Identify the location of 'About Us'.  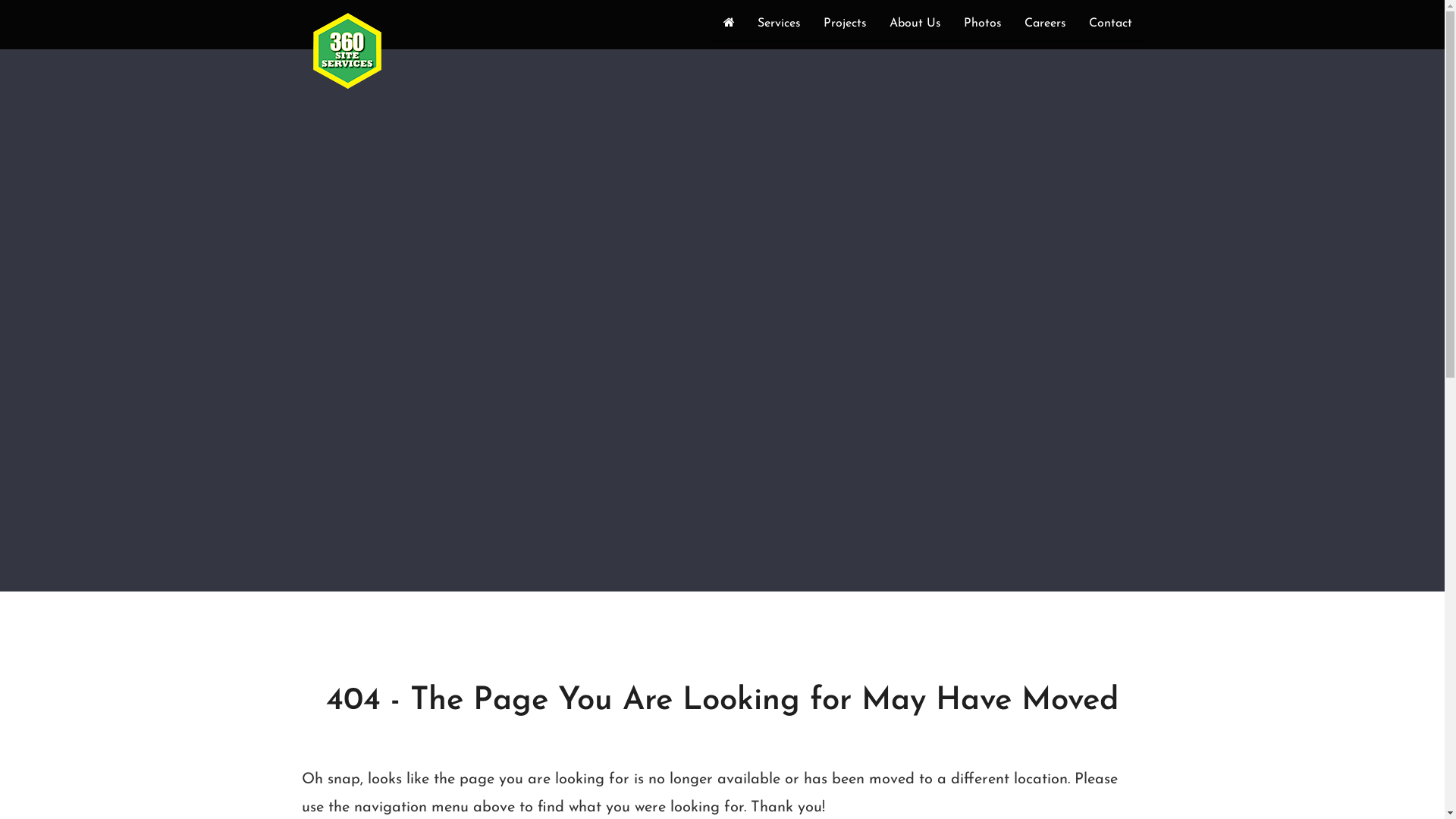
(914, 25).